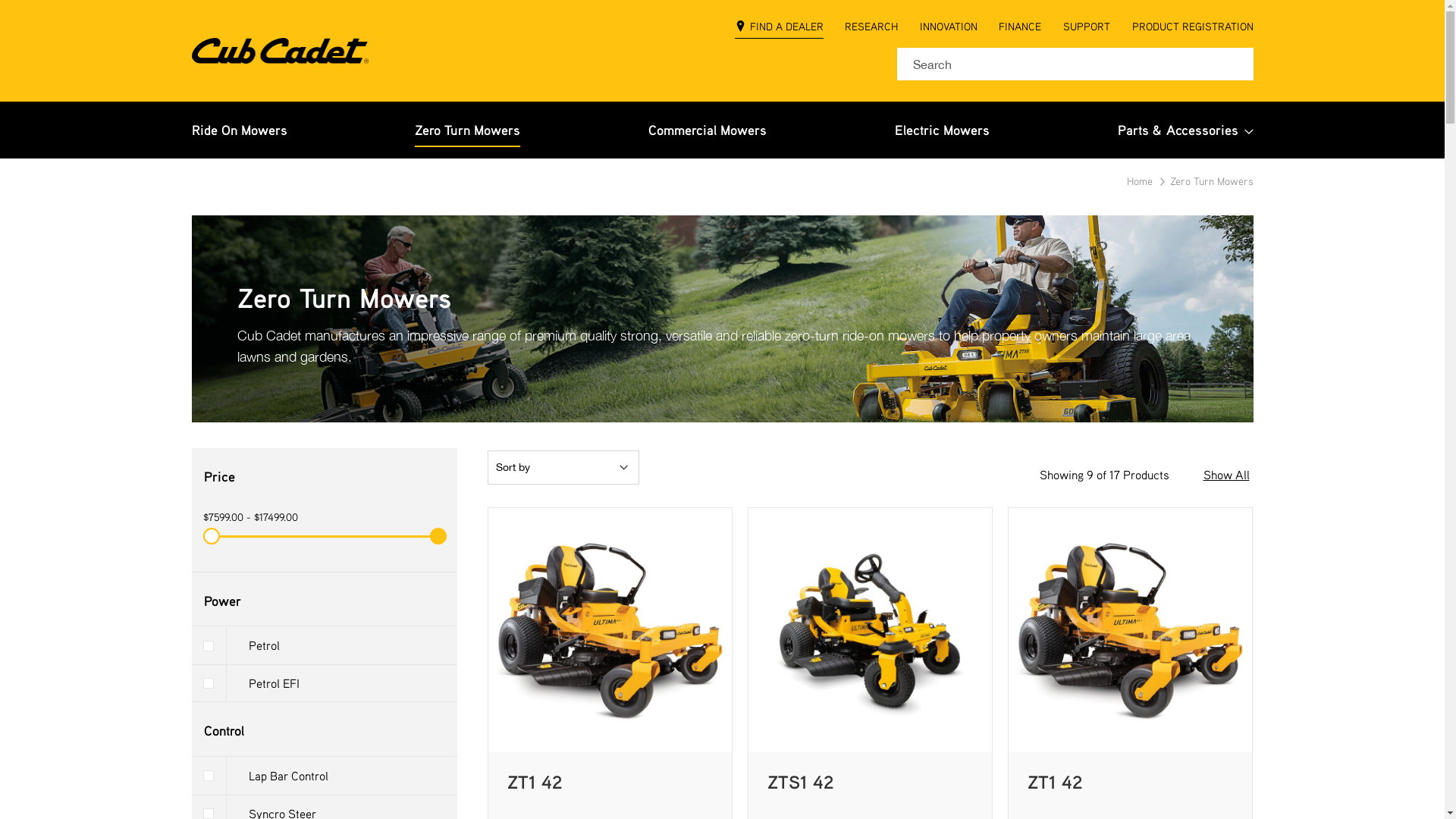  Describe the element at coordinates (1141, 180) in the screenshot. I see `'Home'` at that location.